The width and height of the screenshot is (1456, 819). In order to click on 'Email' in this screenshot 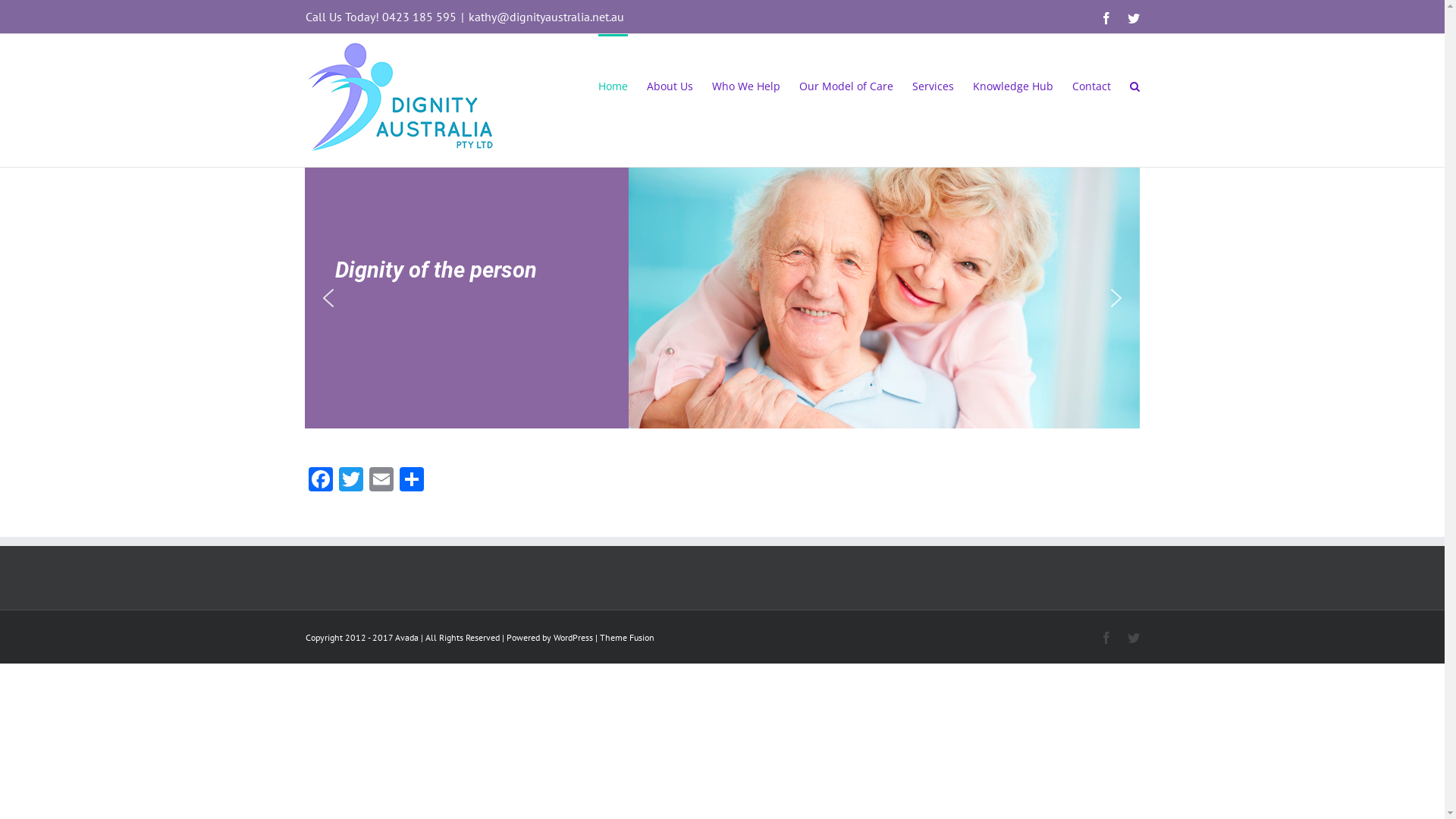, I will do `click(381, 480)`.